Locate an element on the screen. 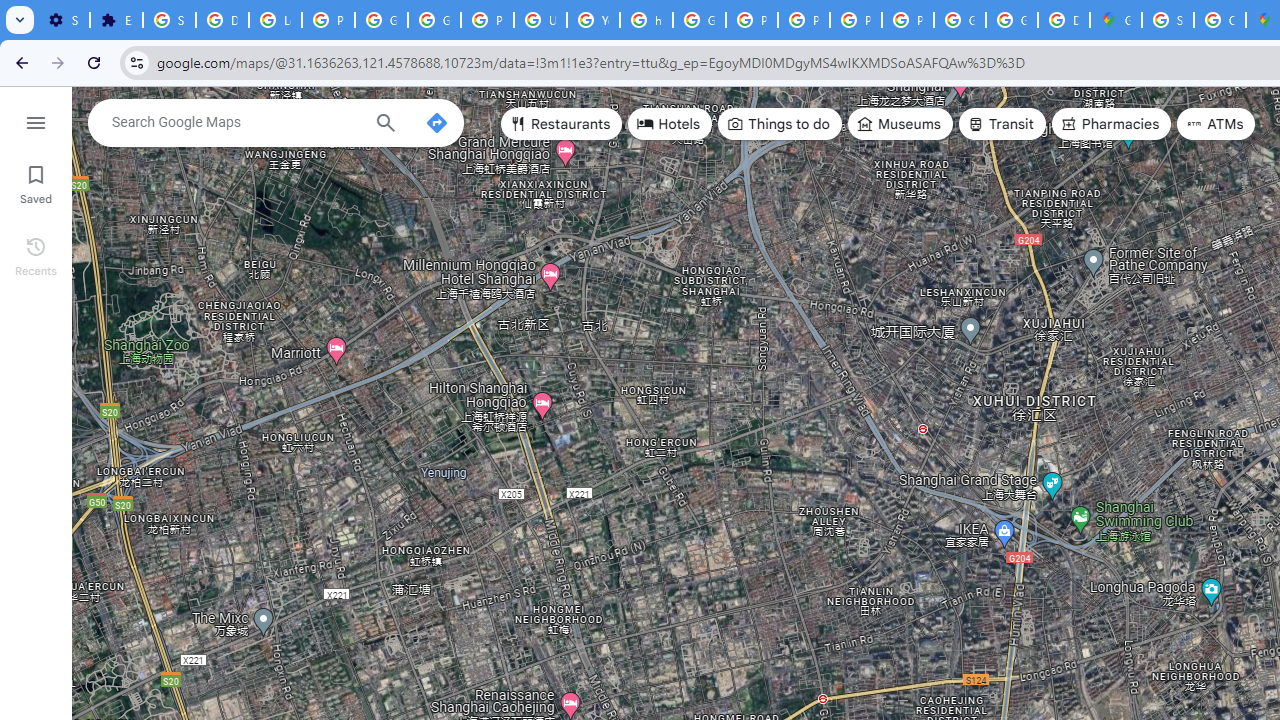 Image resolution: width=1280 pixels, height=720 pixels. 'Restaurants' is located at coordinates (560, 124).